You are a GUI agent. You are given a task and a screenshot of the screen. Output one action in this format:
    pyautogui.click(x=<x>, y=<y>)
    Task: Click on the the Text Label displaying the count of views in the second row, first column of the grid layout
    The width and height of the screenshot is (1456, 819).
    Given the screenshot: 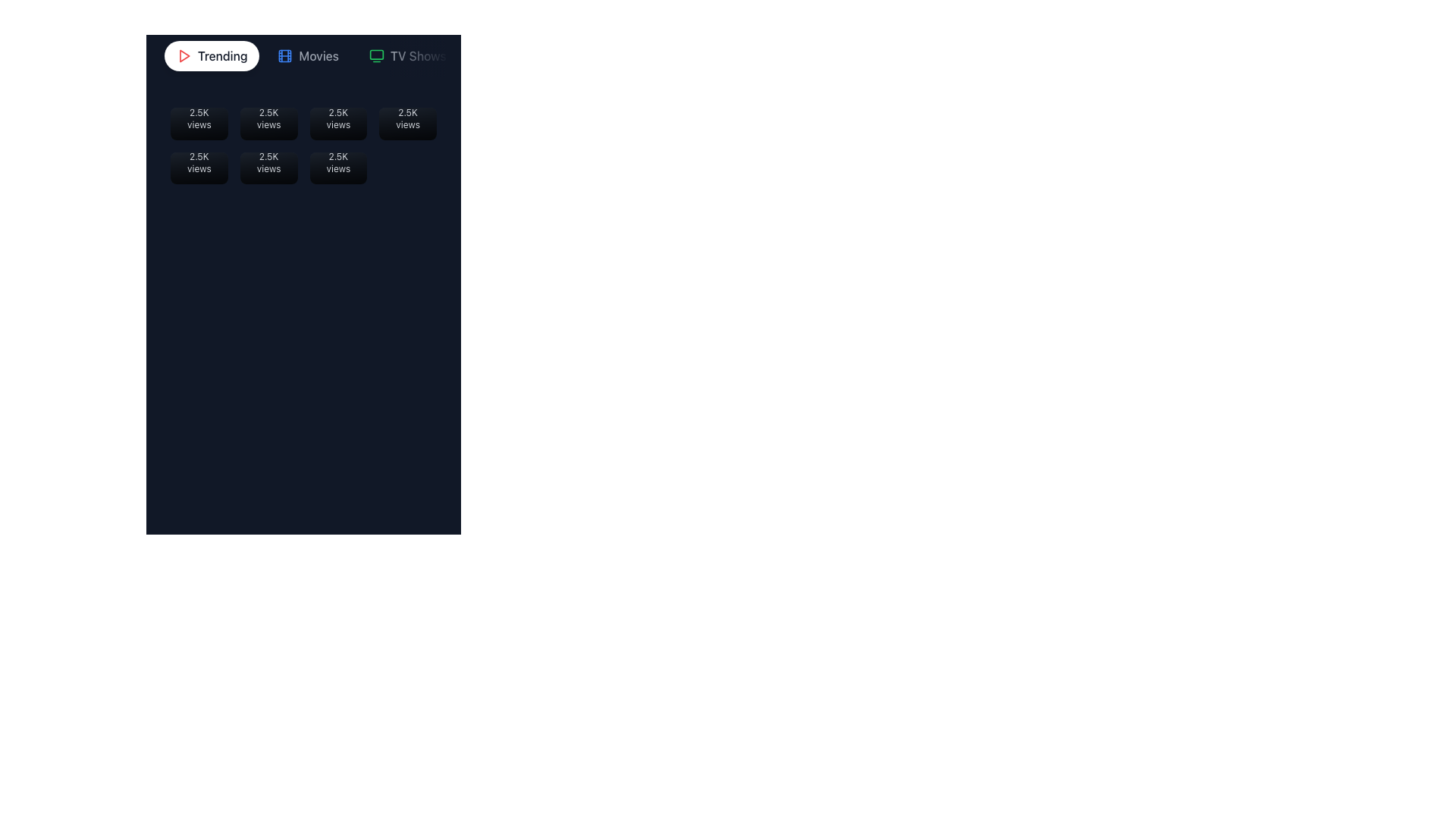 What is the action you would take?
    pyautogui.click(x=198, y=168)
    